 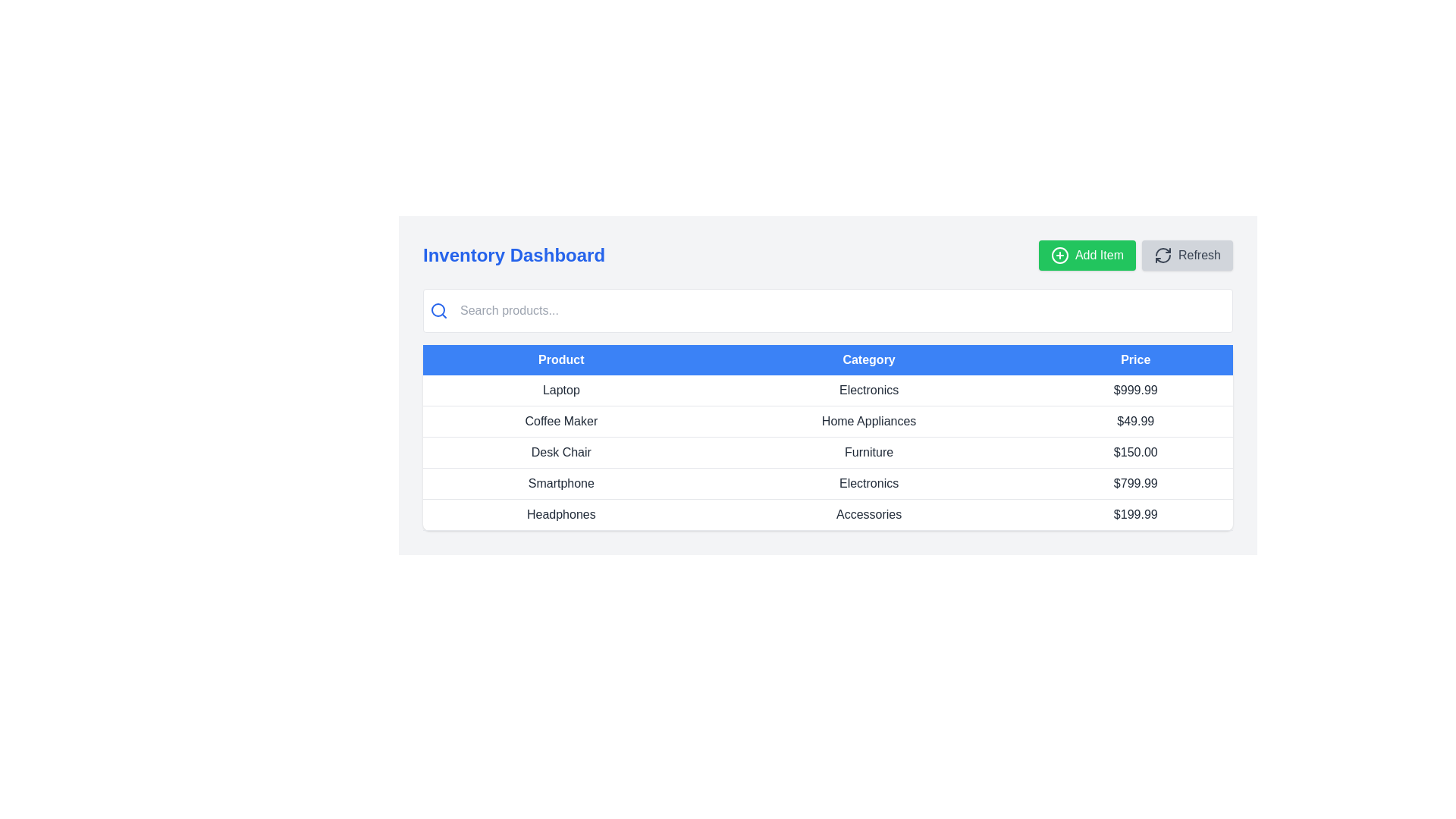 I want to click on the last row in the table that contains 'Headphones' in the 'Product' column, 'Accessories' in the 'Category' column, and '$199.99' in the 'Price' column, so click(x=827, y=513).